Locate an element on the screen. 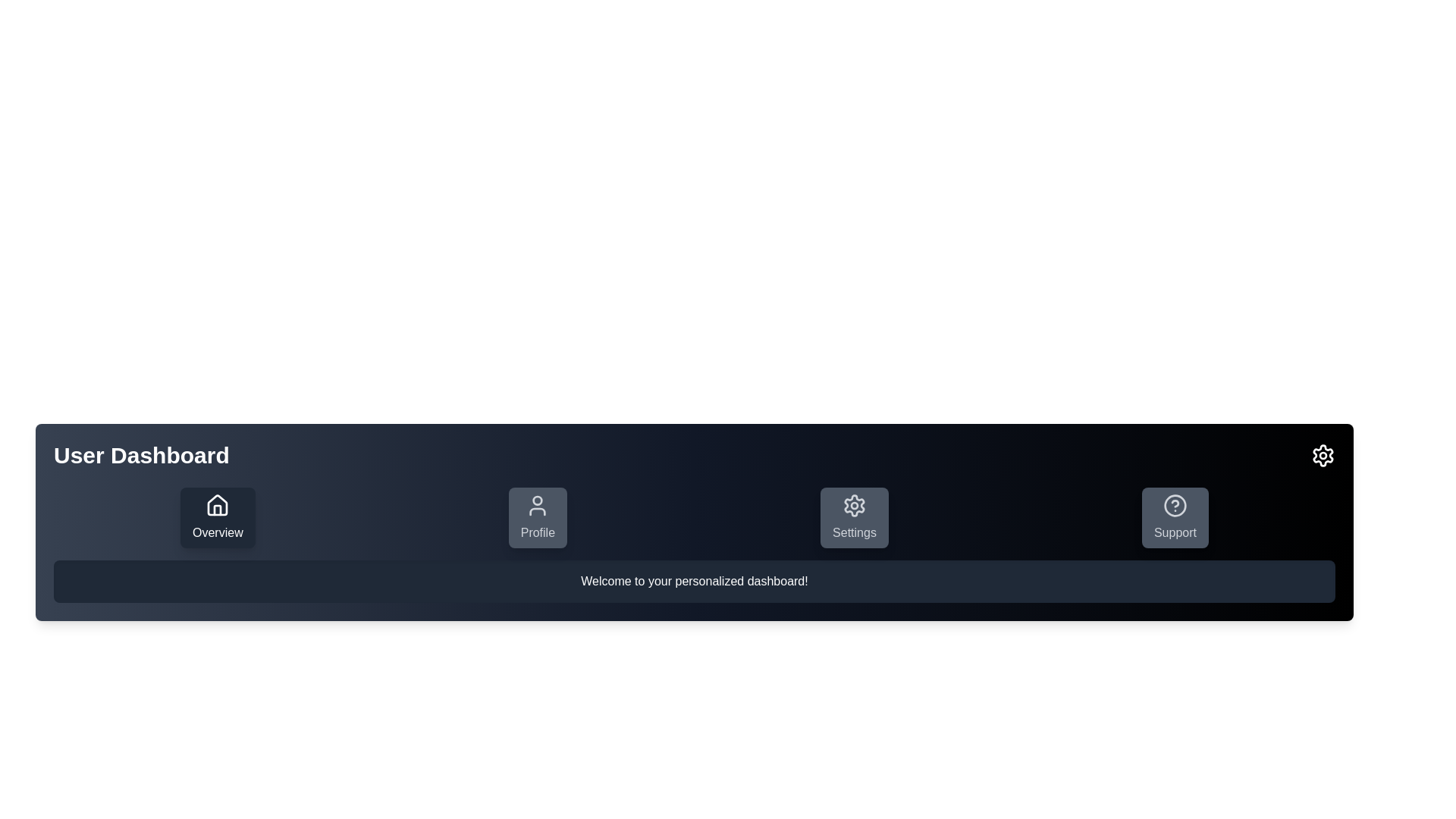  the minimalist house SVG icon located at the center of the 'Overview' button, positioned above its textual label is located at coordinates (217, 506).